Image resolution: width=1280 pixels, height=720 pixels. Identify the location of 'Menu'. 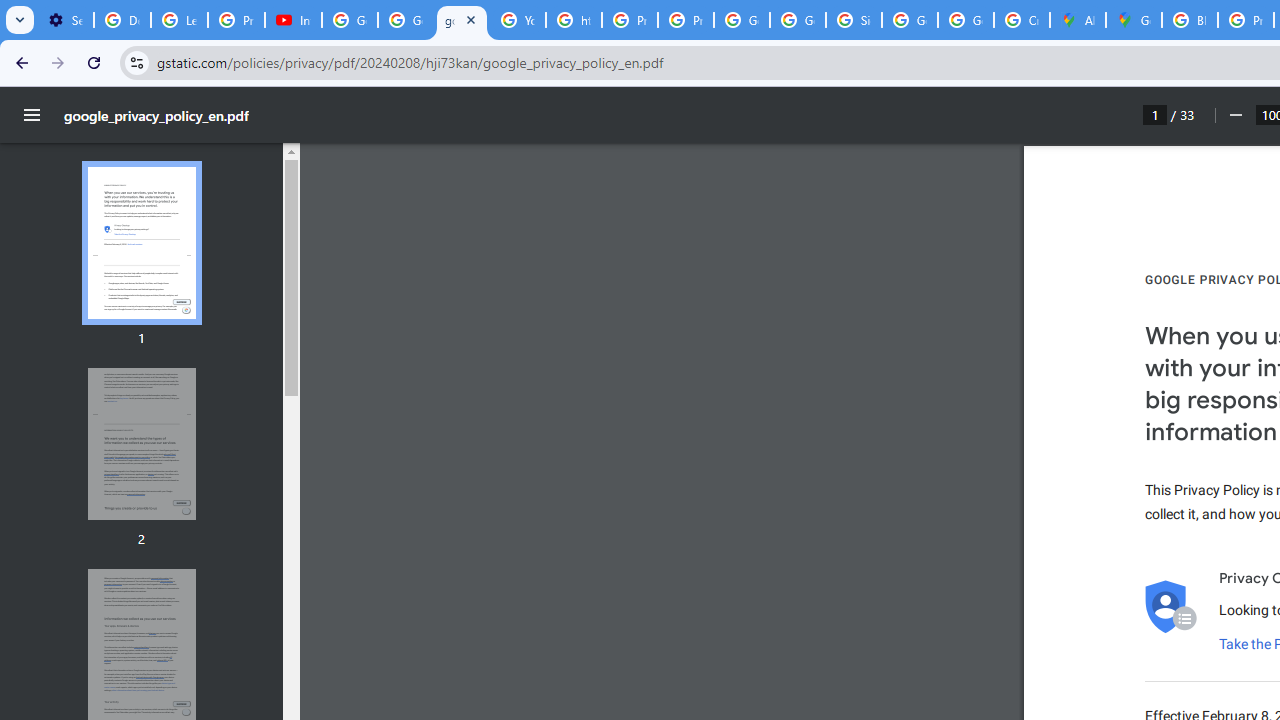
(32, 115).